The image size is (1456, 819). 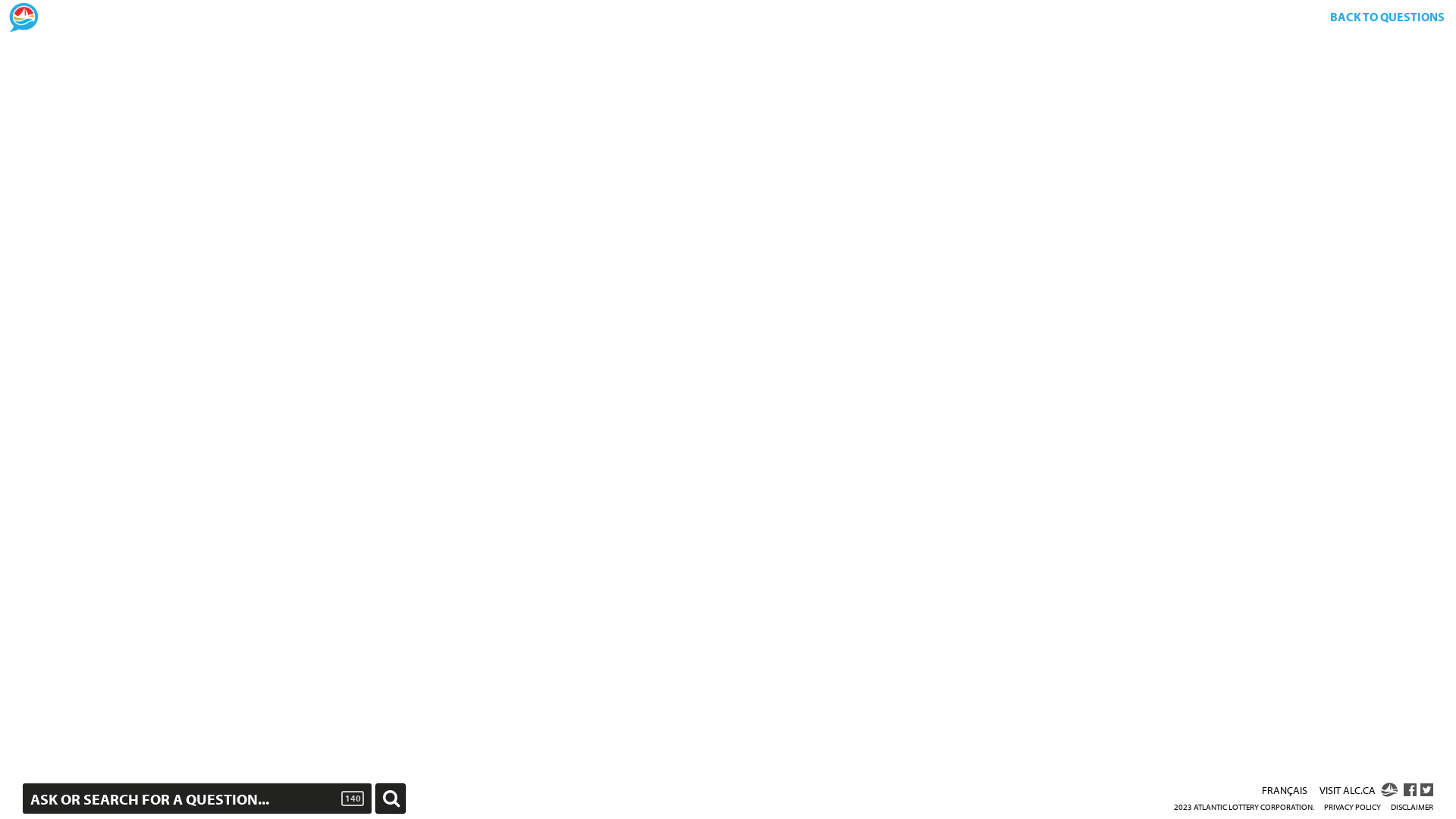 I want to click on 'ALC Facebook', so click(x=1408, y=789).